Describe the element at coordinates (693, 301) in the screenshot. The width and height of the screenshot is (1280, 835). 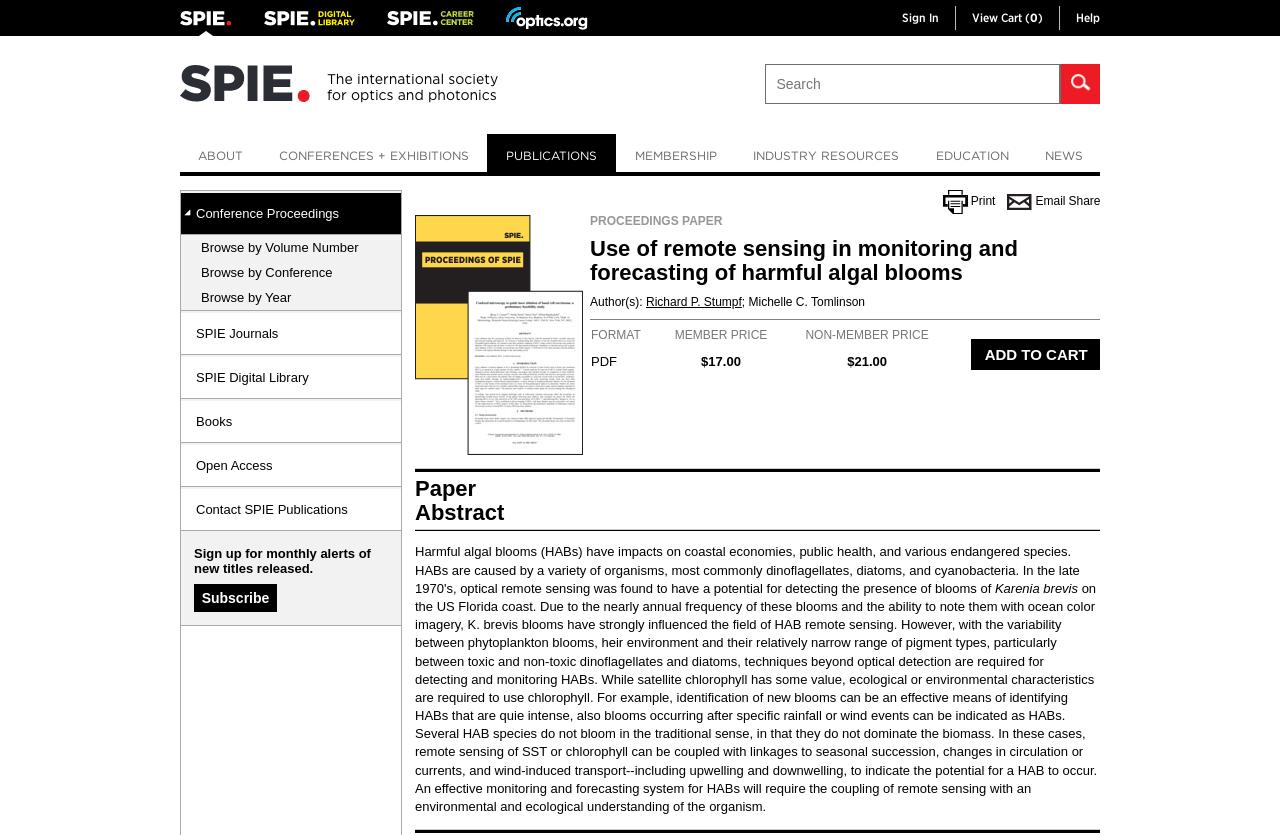
I see `'Richard P. Stumpf'` at that location.